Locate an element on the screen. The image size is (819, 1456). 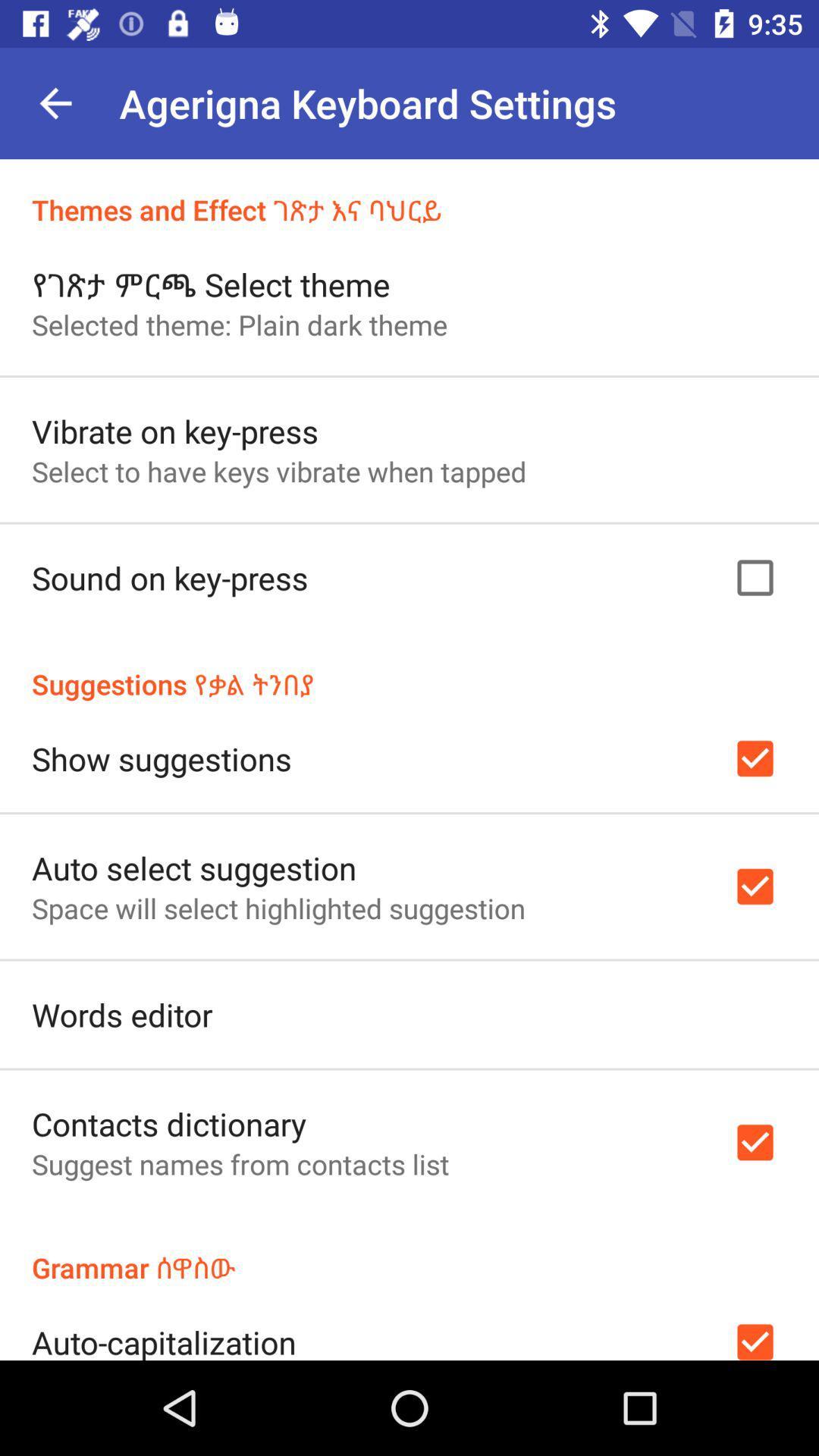
suggest names from item is located at coordinates (240, 1163).